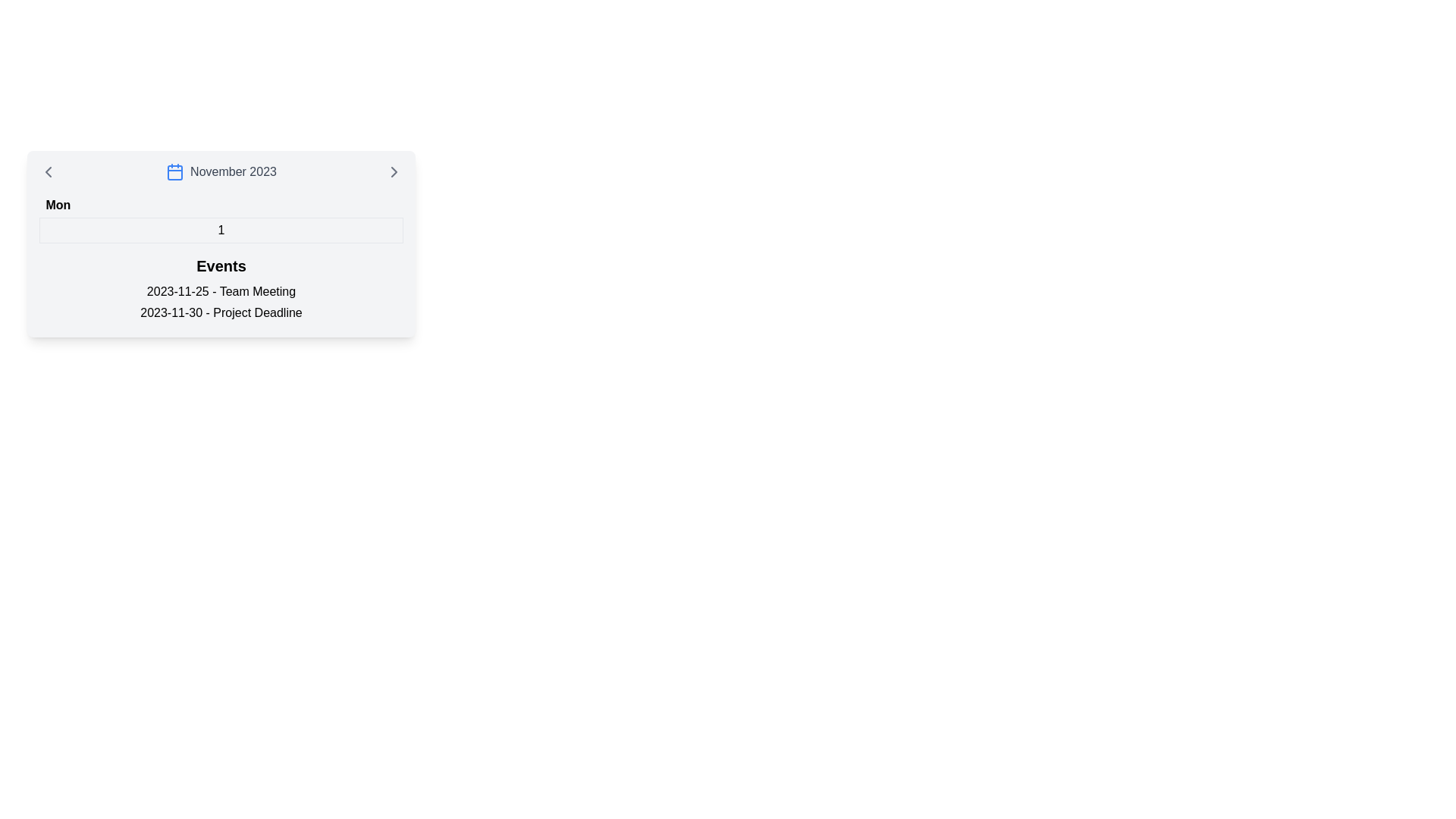 Image resolution: width=1456 pixels, height=819 pixels. What do you see at coordinates (232, 171) in the screenshot?
I see `the text label displaying the current month and year in the calendar interface, which is positioned at the top section of the date selection` at bounding box center [232, 171].